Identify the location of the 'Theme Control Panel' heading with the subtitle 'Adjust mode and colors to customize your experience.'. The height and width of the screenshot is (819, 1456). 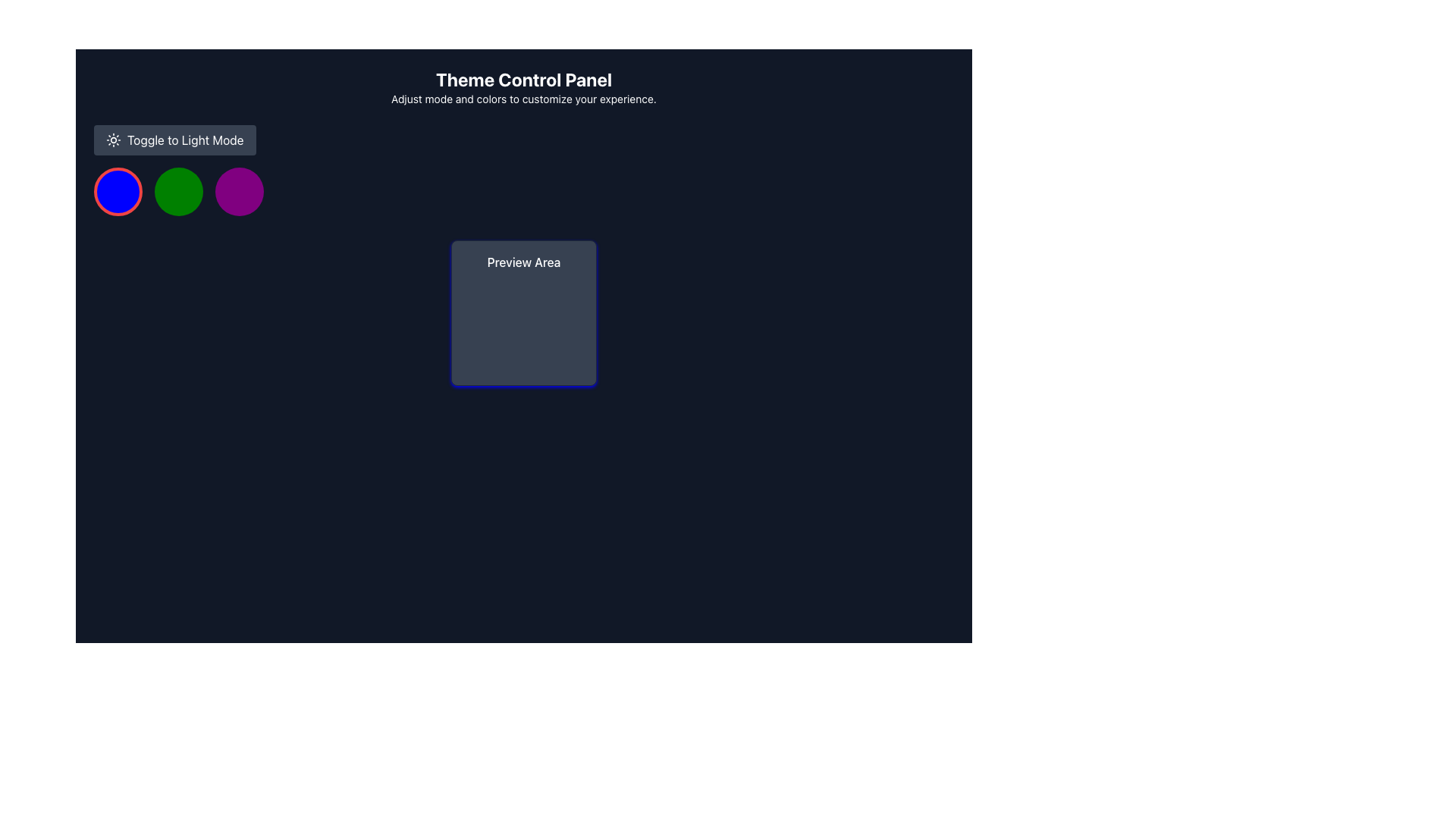
(524, 87).